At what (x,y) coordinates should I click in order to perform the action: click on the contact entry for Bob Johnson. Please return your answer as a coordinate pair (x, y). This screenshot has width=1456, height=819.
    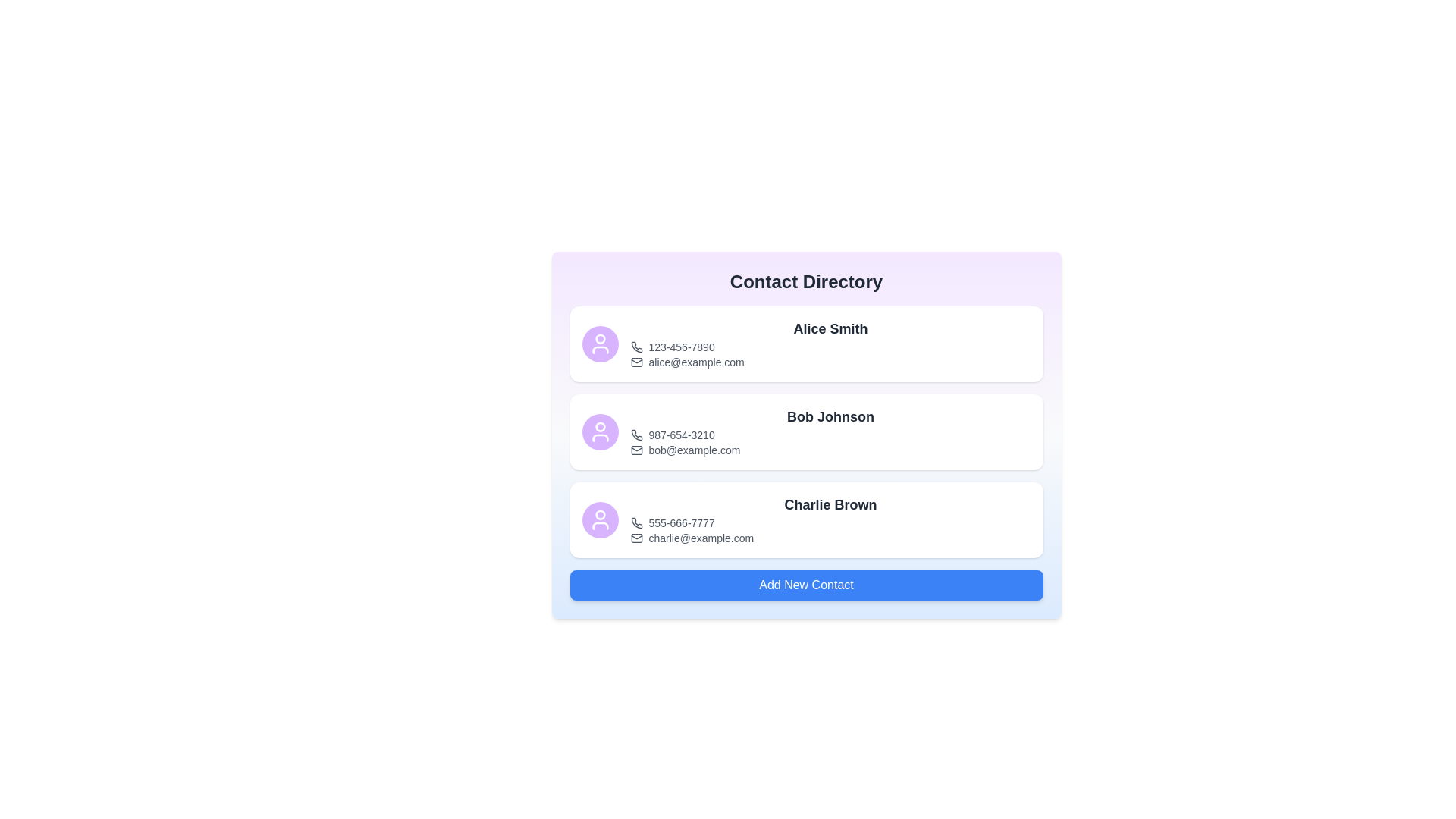
    Looking at the image, I should click on (805, 432).